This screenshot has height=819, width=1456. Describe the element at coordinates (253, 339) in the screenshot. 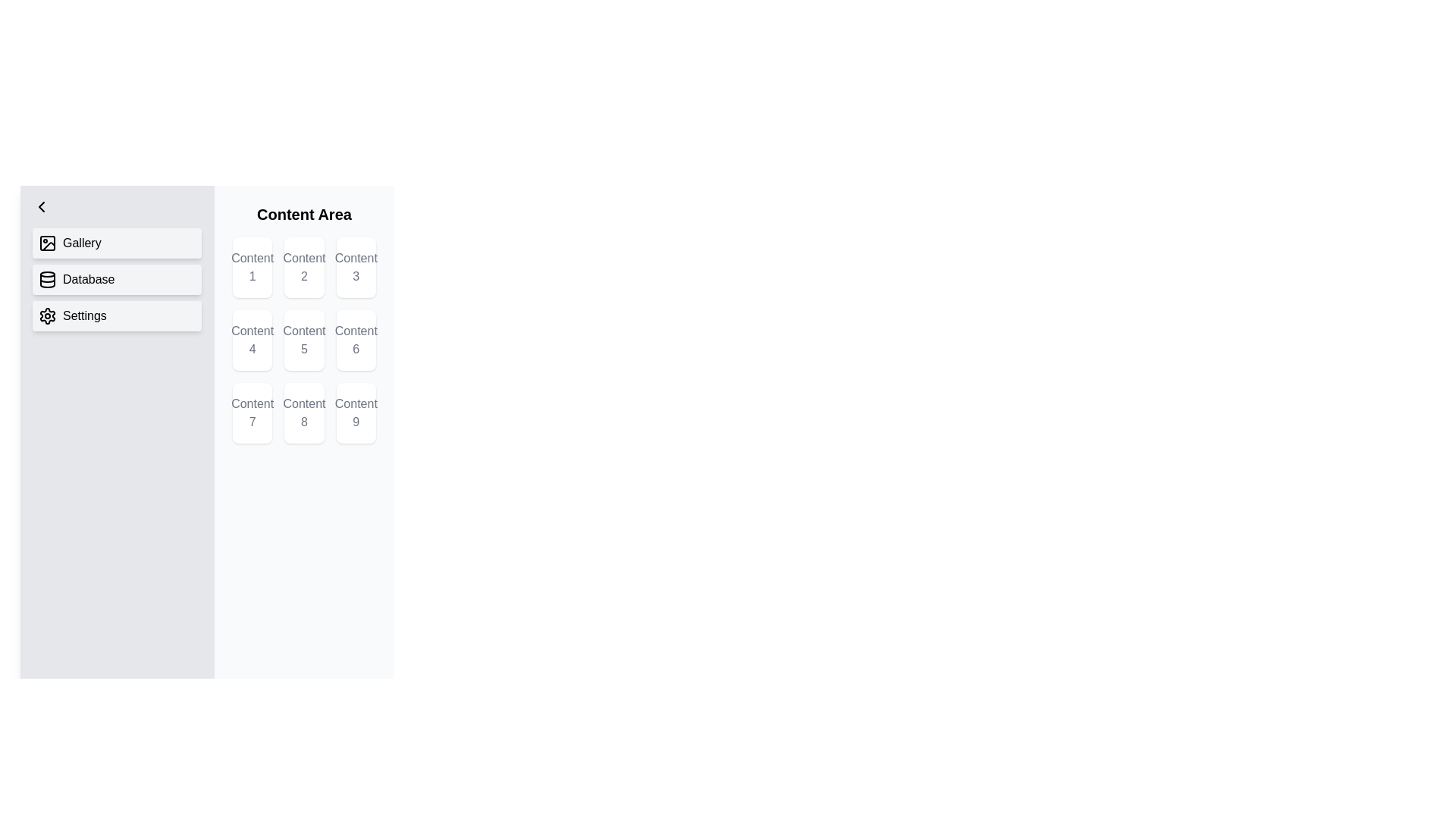

I see `the static label displaying 'Content 4' located in the center-left position of the grid under the 'Content Area' heading` at that location.